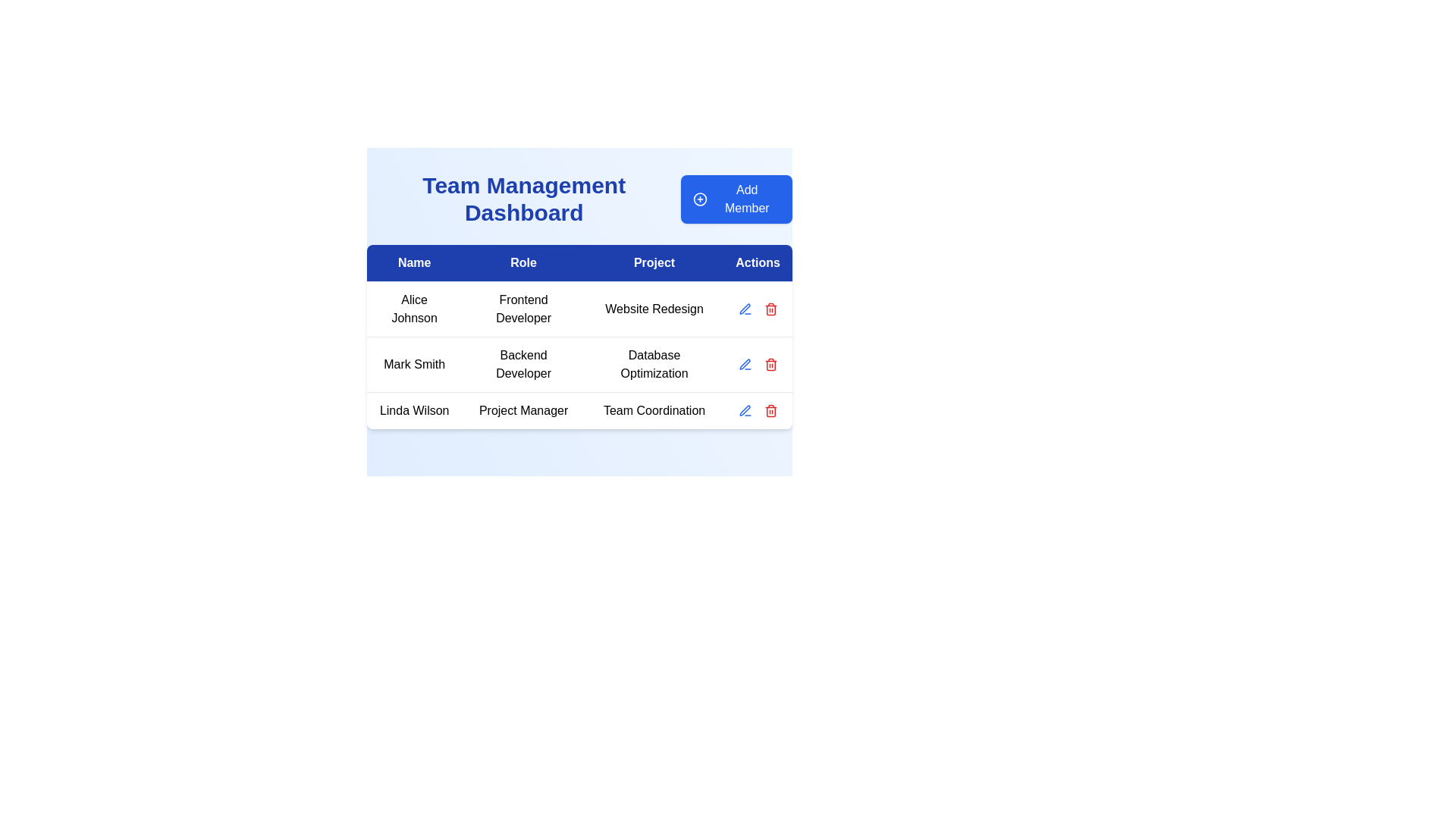 Image resolution: width=1456 pixels, height=819 pixels. I want to click on the 'Frontend Developer' text label in the second column of the first row of the table, so click(523, 309).